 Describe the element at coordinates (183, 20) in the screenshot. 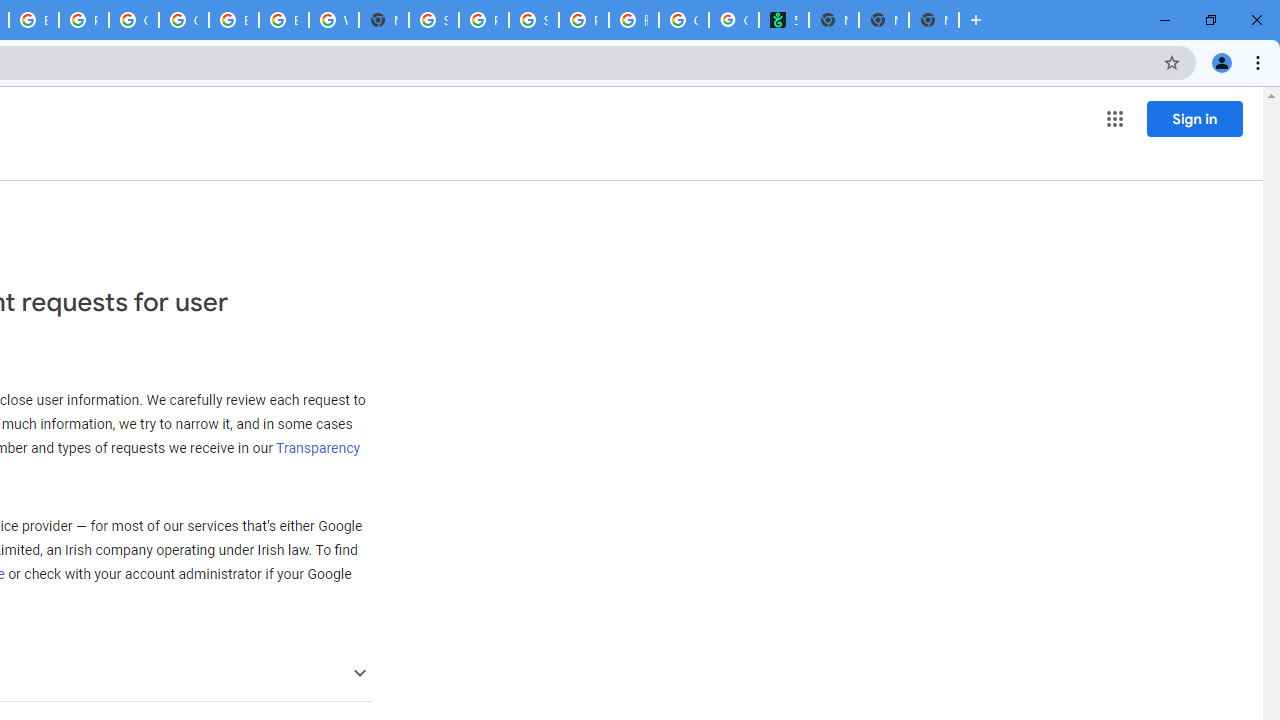

I see `'Google Cloud Platform'` at that location.